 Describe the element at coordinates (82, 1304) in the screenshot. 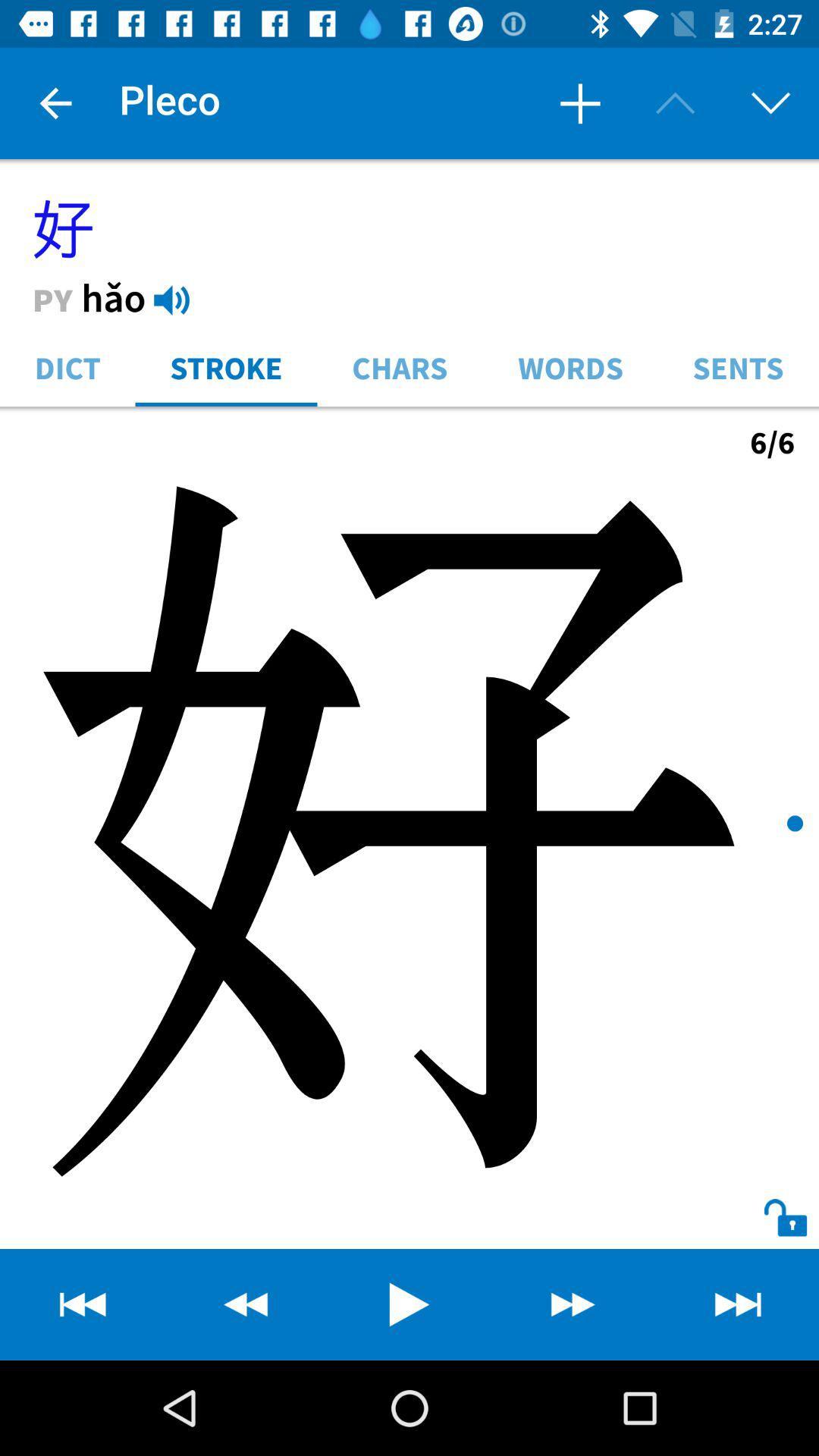

I see `the av_rewind icon` at that location.